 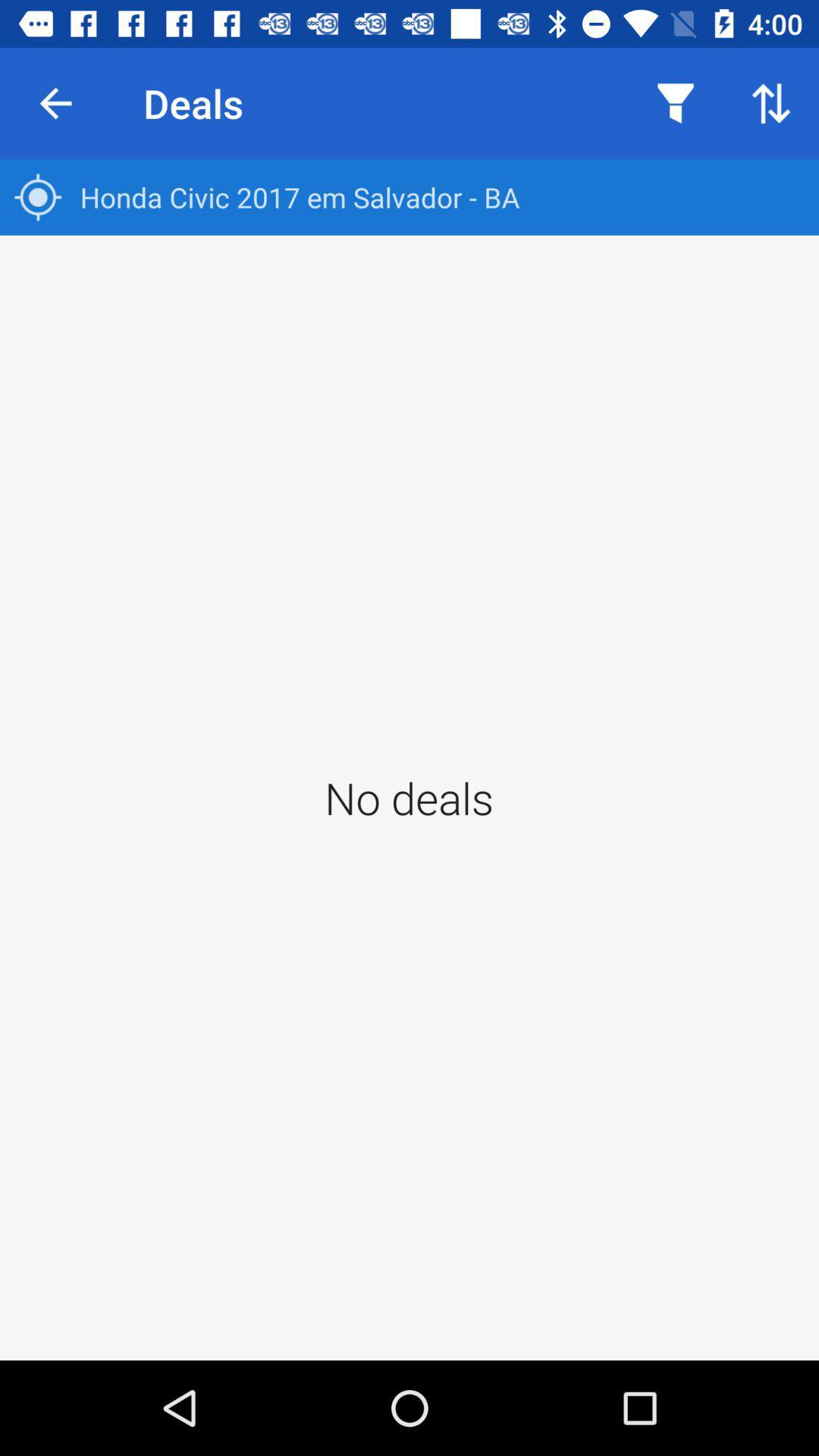 What do you see at coordinates (675, 102) in the screenshot?
I see `the icon to the right of deals icon` at bounding box center [675, 102].